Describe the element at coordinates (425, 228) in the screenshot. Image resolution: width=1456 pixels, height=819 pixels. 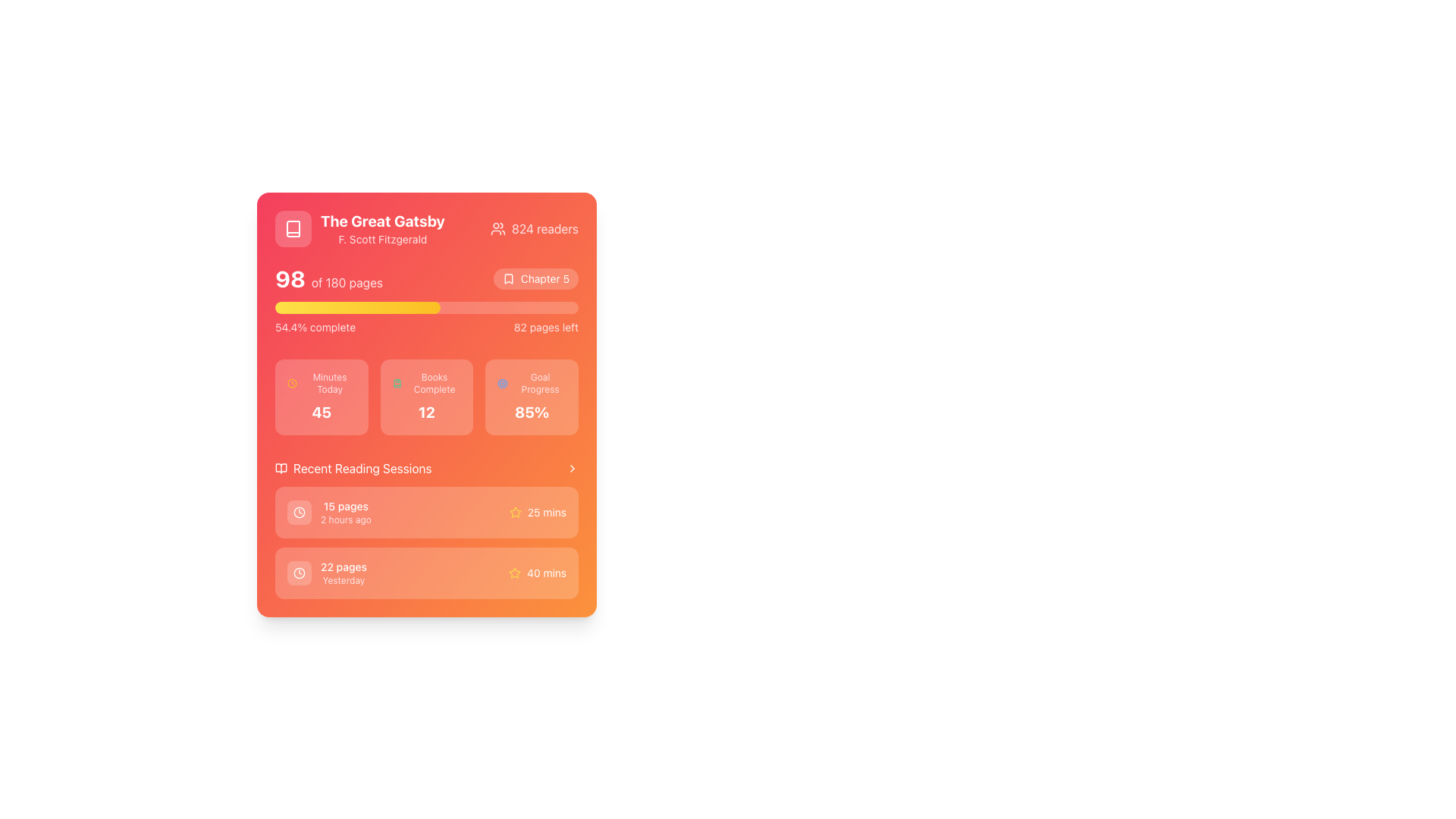
I see `the Informational panel displaying 'The Great Gatsby' with the book icon and reader count` at that location.